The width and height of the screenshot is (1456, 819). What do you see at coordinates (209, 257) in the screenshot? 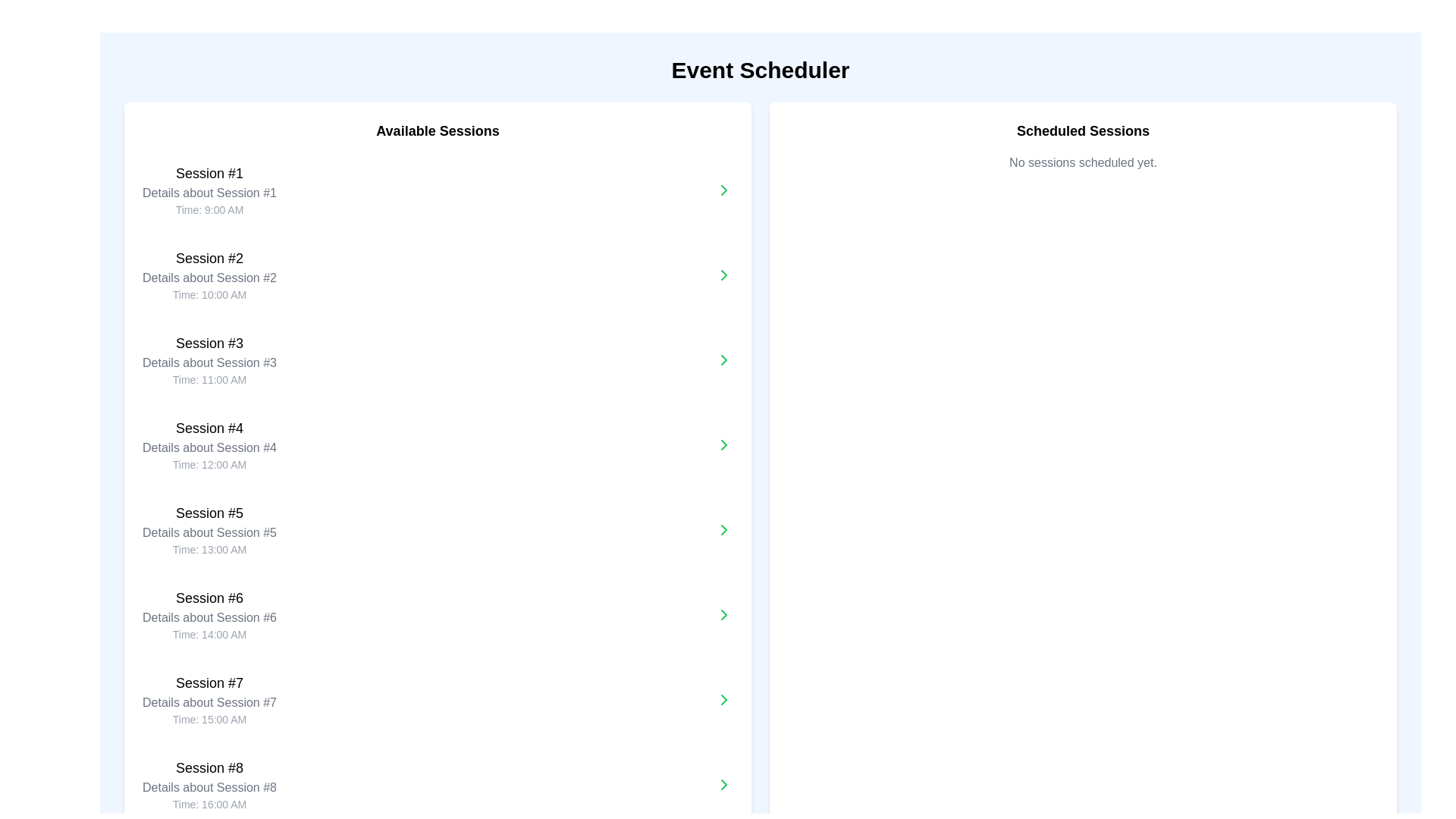
I see `the bold text label 'Session #2' located in the left column under 'Available Sessions', positioned between 'Session #1' and 'Session #3'` at bounding box center [209, 257].